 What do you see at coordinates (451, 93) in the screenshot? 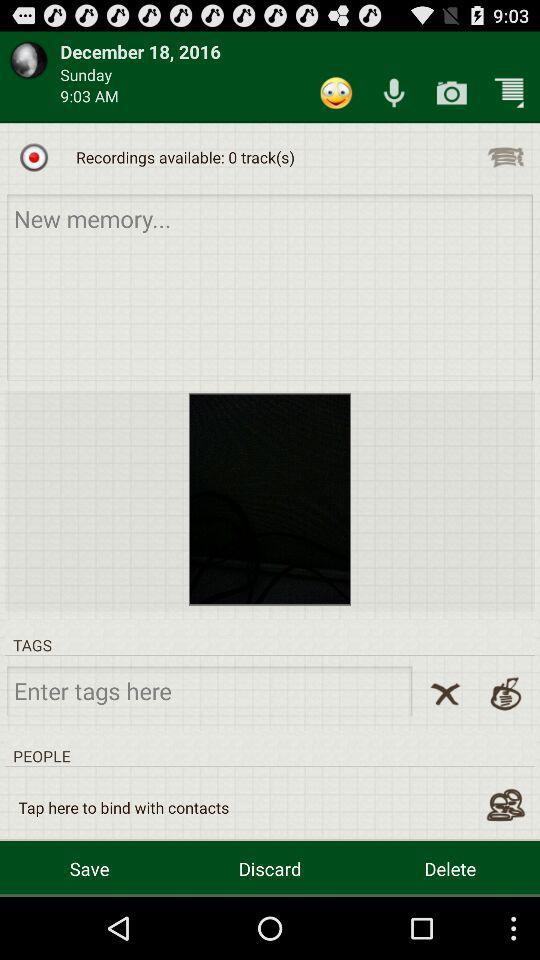
I see `take photo` at bounding box center [451, 93].